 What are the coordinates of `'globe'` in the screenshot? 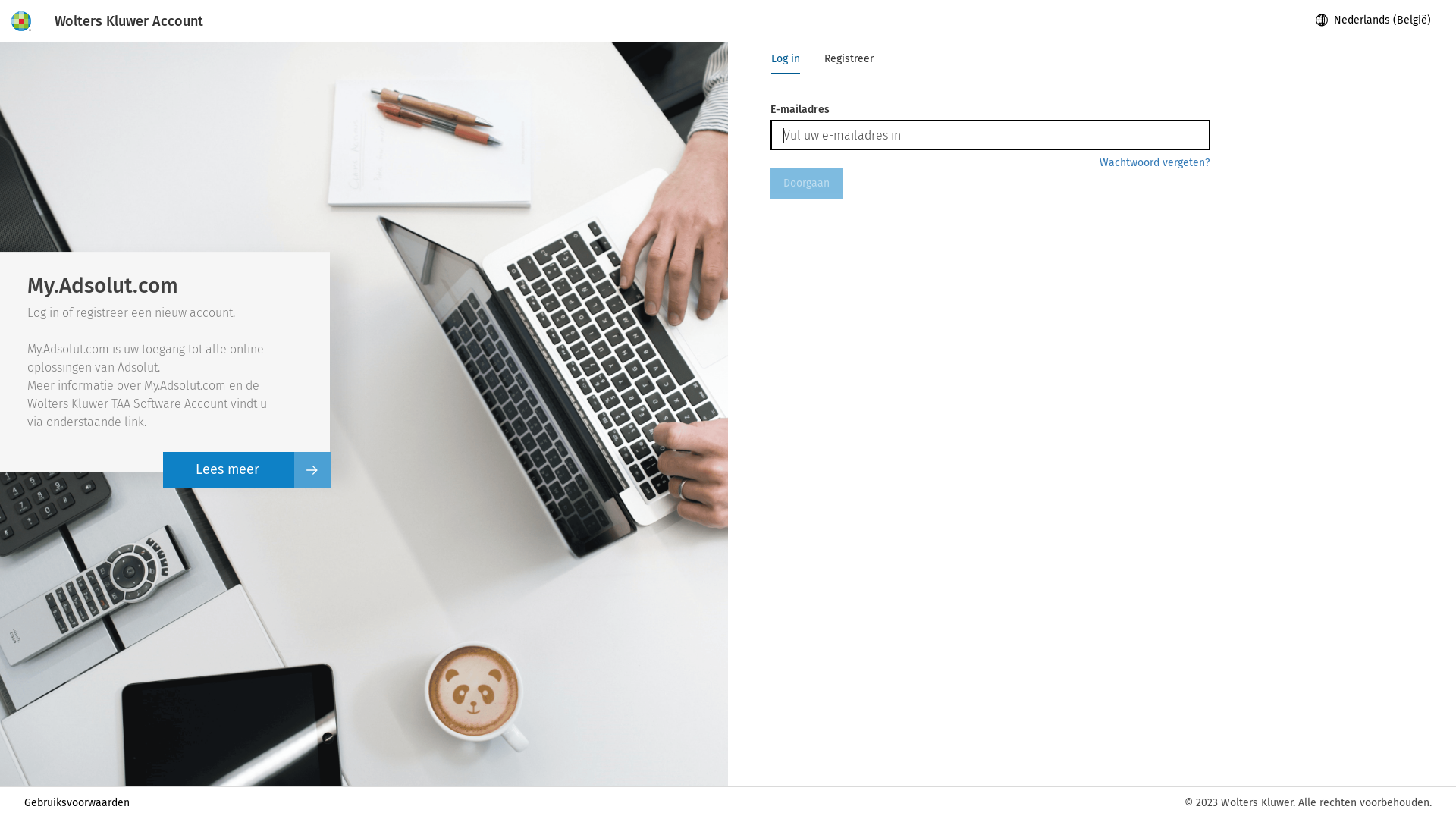 It's located at (1314, 20).